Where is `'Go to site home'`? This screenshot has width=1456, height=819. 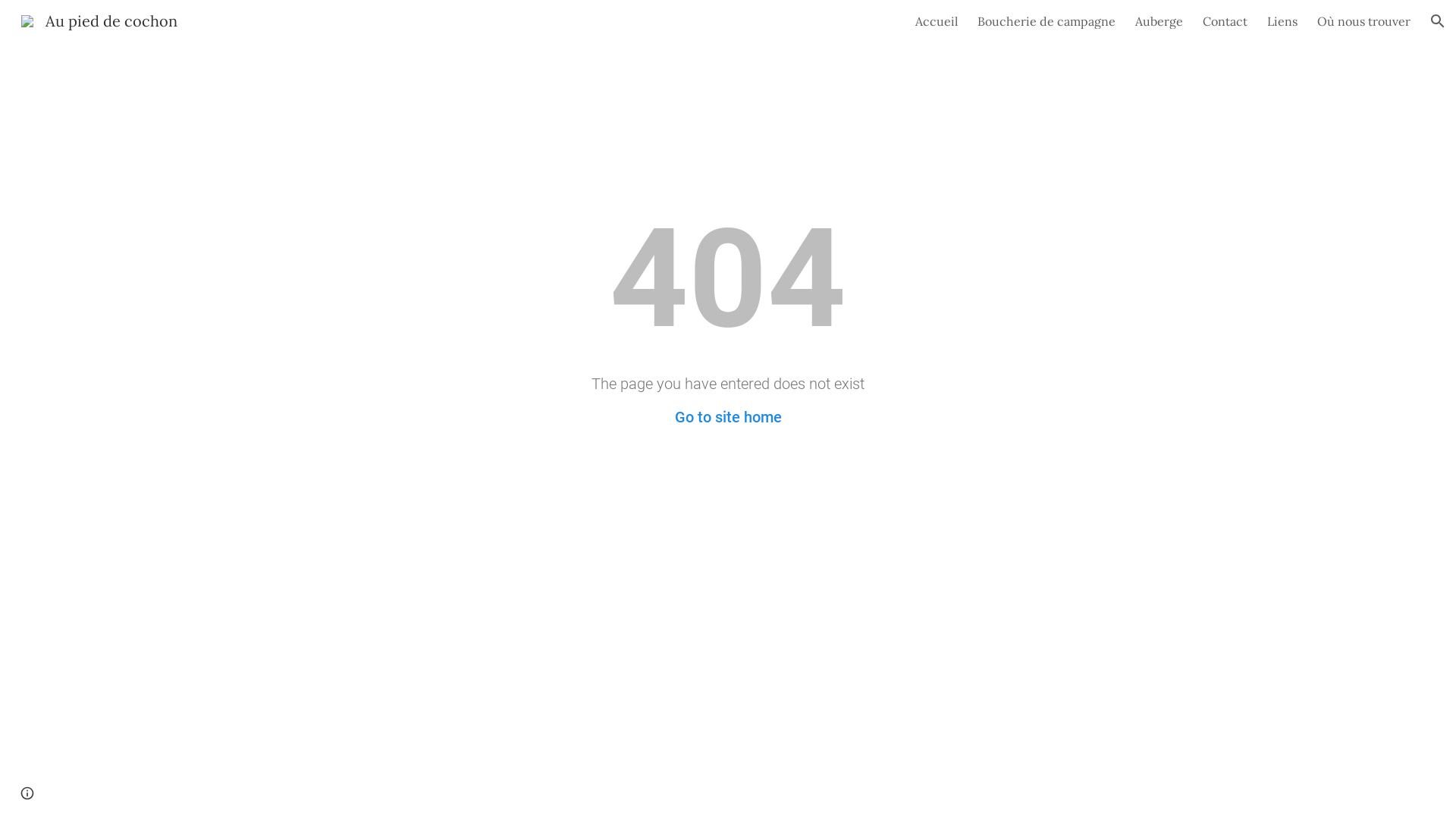 'Go to site home' is located at coordinates (728, 417).